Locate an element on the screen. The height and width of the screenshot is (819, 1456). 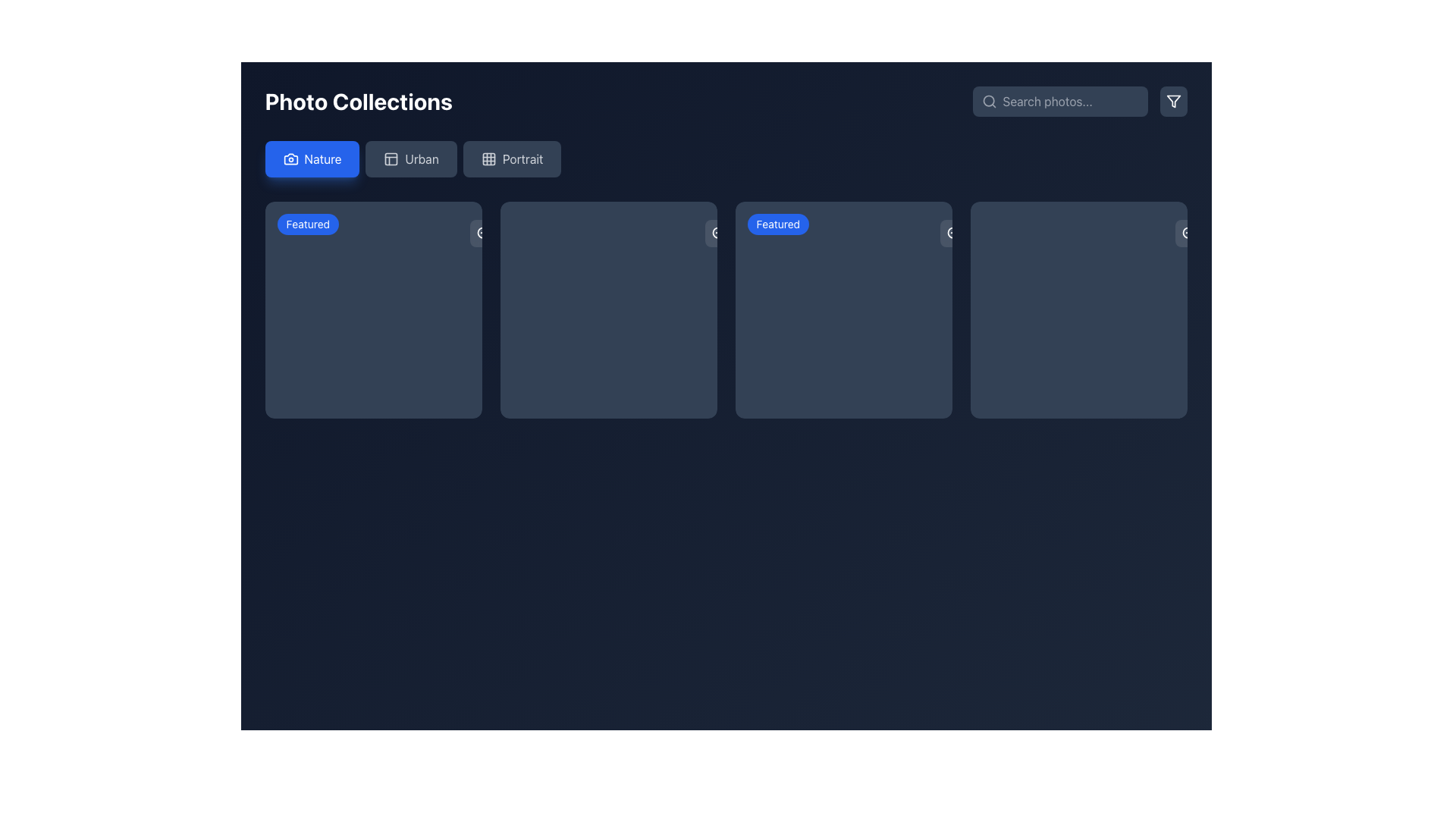
the fifth button from the top in the vertical stack on the right edge of the interface to invoke its functionality is located at coordinates (1270, 234).